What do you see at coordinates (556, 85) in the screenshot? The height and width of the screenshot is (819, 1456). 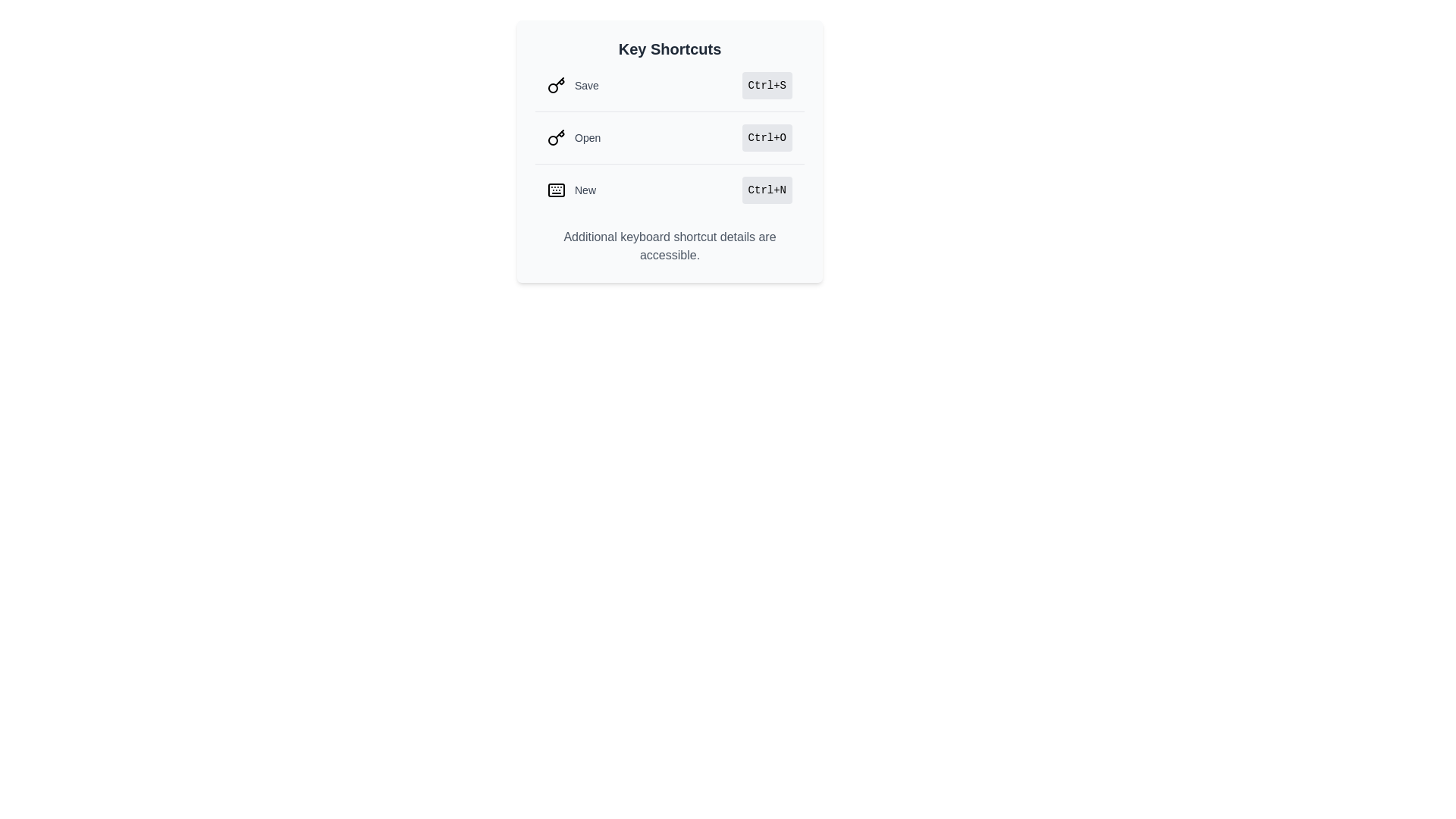 I see `the small circular key icon located to the left of the 'Save' text label in the shortcut actions list` at bounding box center [556, 85].